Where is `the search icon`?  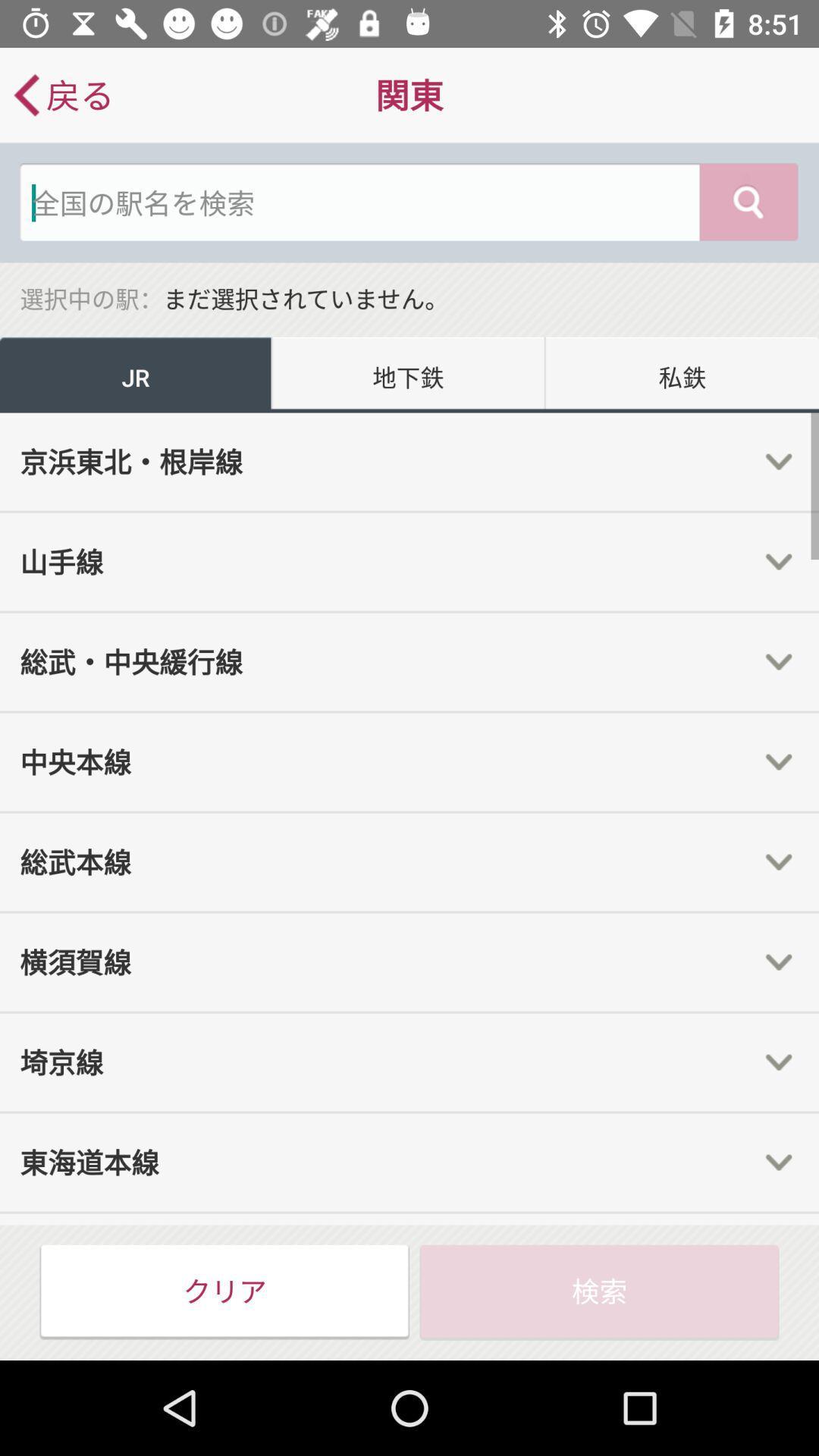 the search icon is located at coordinates (748, 202).